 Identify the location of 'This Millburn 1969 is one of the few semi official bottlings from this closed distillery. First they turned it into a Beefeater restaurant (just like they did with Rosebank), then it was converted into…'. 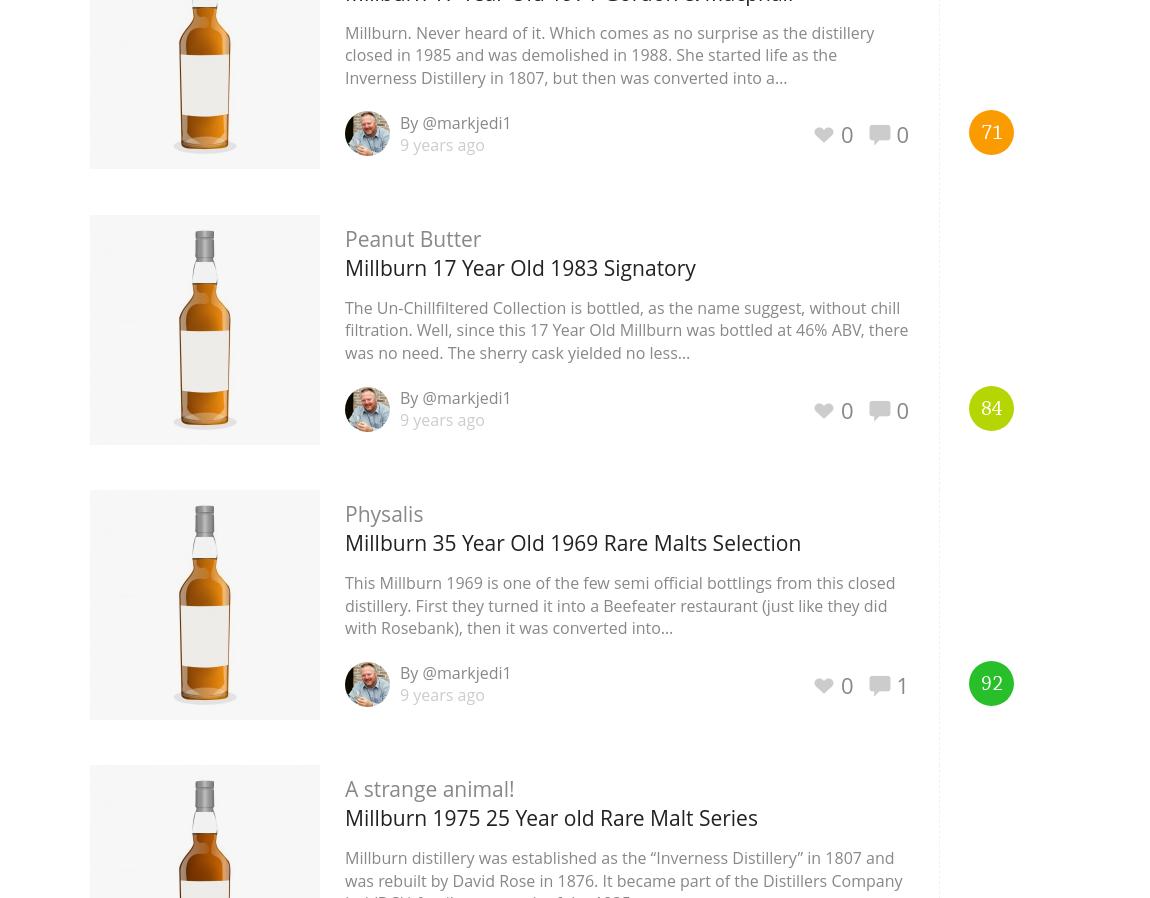
(618, 604).